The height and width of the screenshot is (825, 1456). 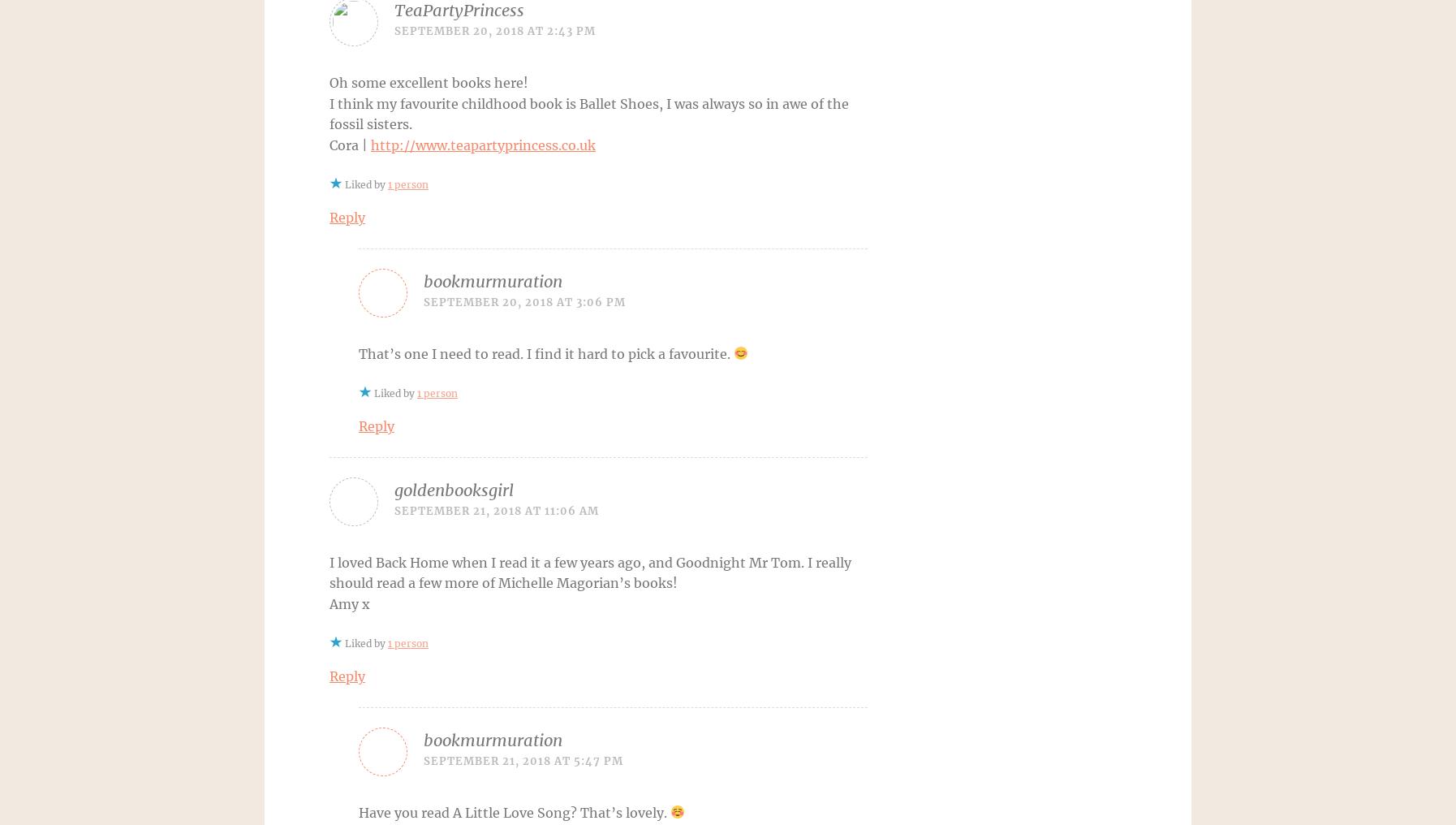 What do you see at coordinates (524, 301) in the screenshot?
I see `'September 20, 2018 at 3:06 pm'` at bounding box center [524, 301].